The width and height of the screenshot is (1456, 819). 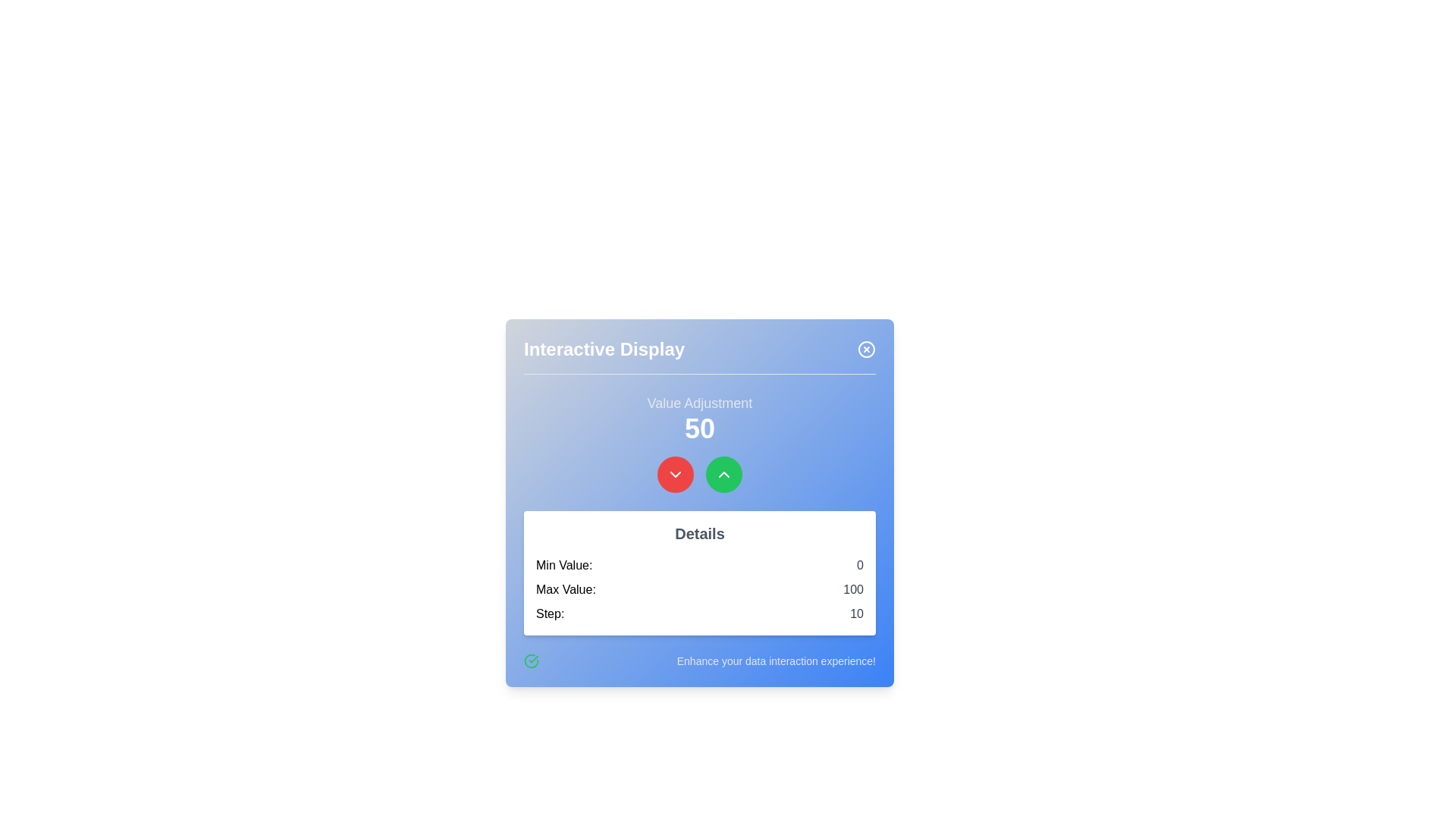 What do you see at coordinates (698, 660) in the screenshot?
I see `text 'Enhance your data interaction experience!' displayed at the bottom of the 'Interactive Display' card, next to the green circular checkmark icon` at bounding box center [698, 660].